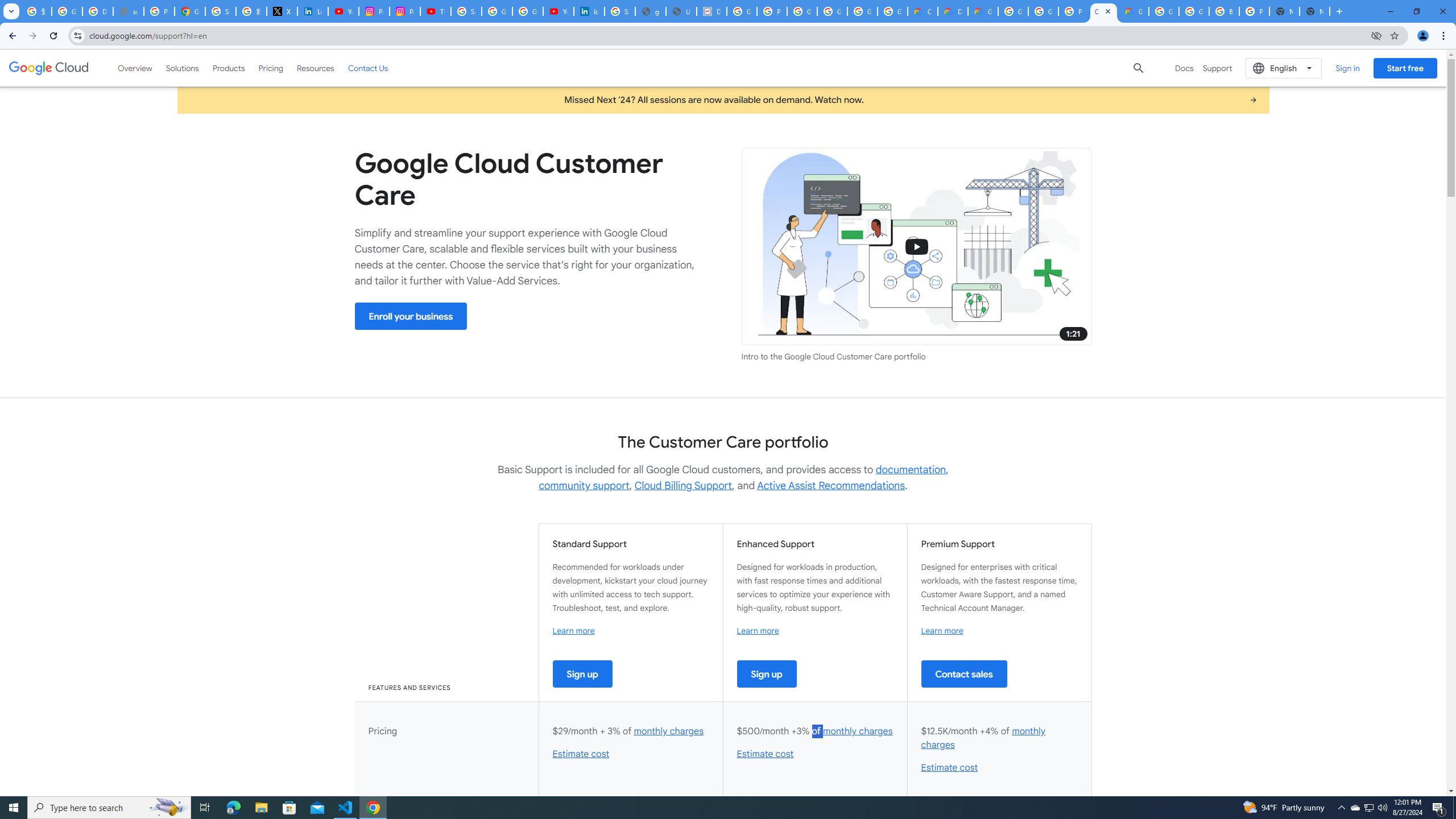 The image size is (1456, 819). What do you see at coordinates (313, 11) in the screenshot?
I see `'LinkedIn Privacy Policy'` at bounding box center [313, 11].